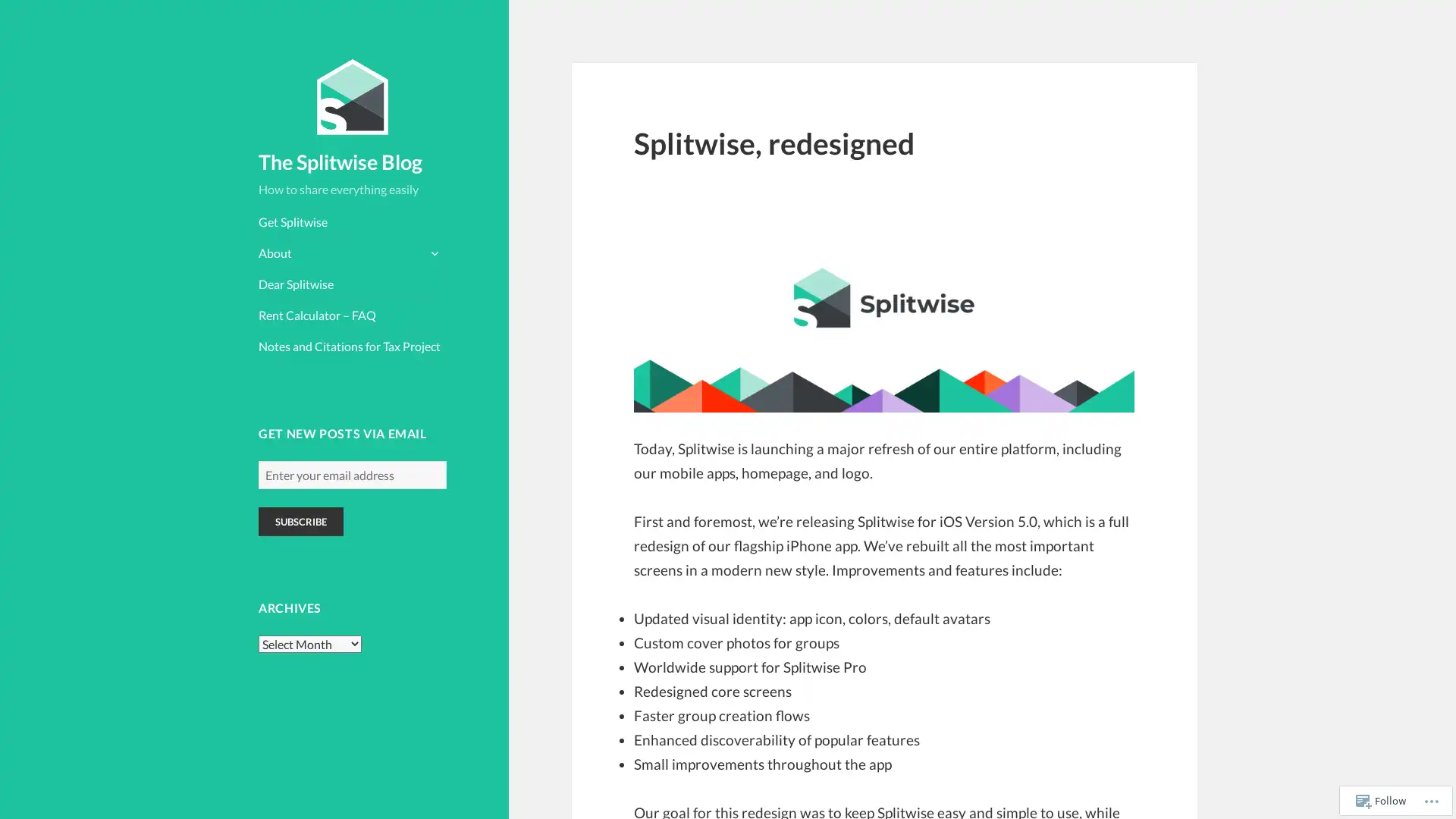  Describe the element at coordinates (432, 251) in the screenshot. I see `expand child menu` at that location.